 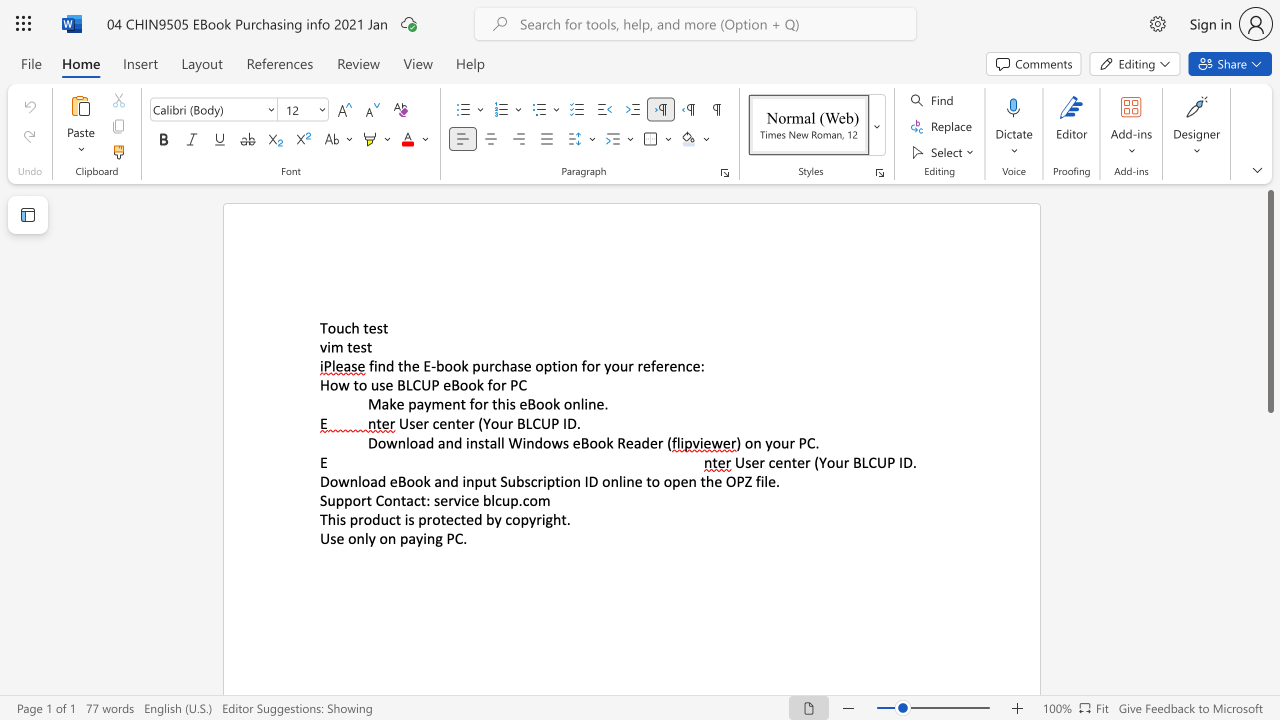 What do you see at coordinates (356, 537) in the screenshot?
I see `the subset text "nly on paying PC" within the text "Use only on paying PC."` at bounding box center [356, 537].